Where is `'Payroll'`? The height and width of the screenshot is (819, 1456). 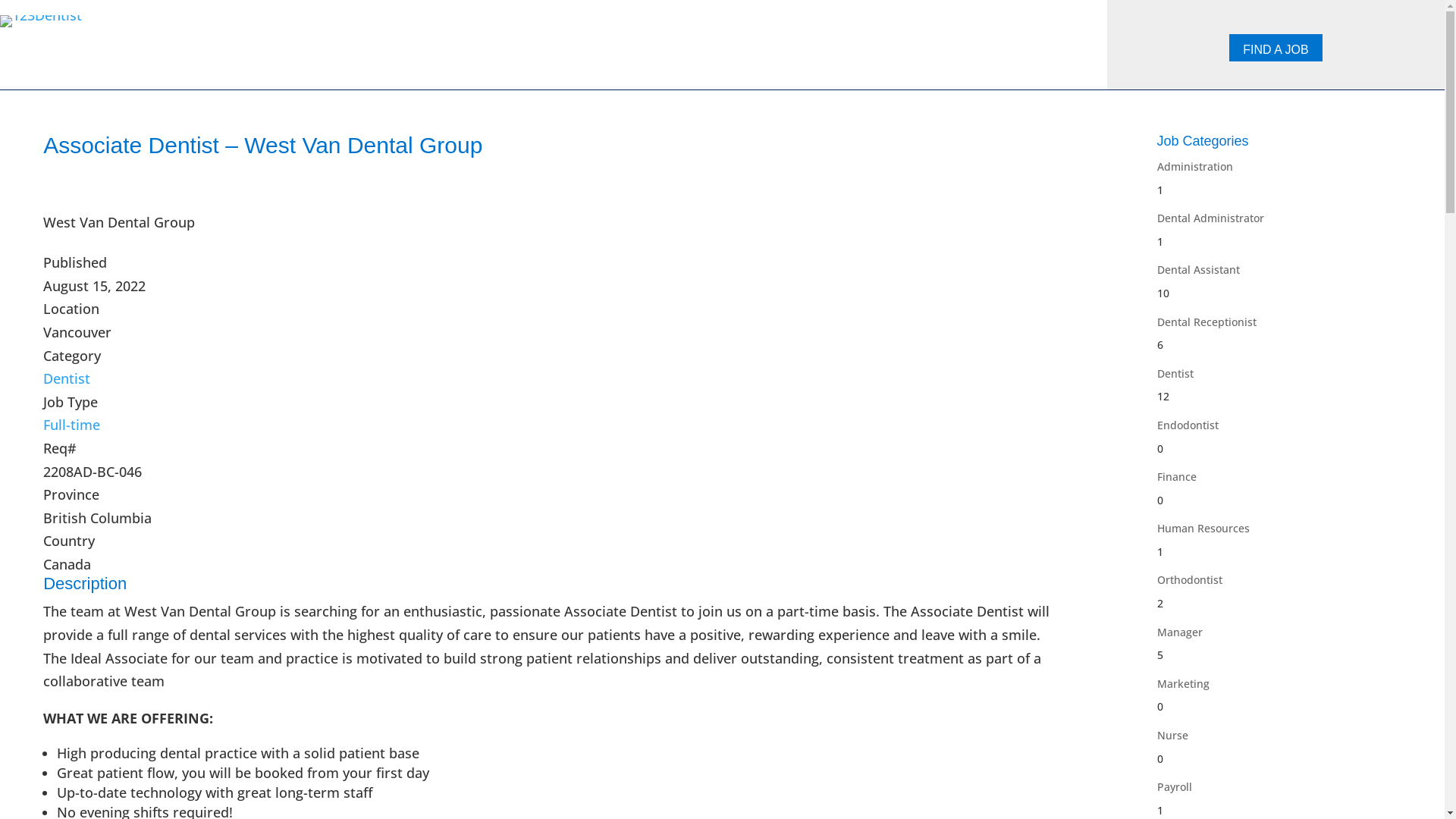 'Payroll' is located at coordinates (1174, 786).